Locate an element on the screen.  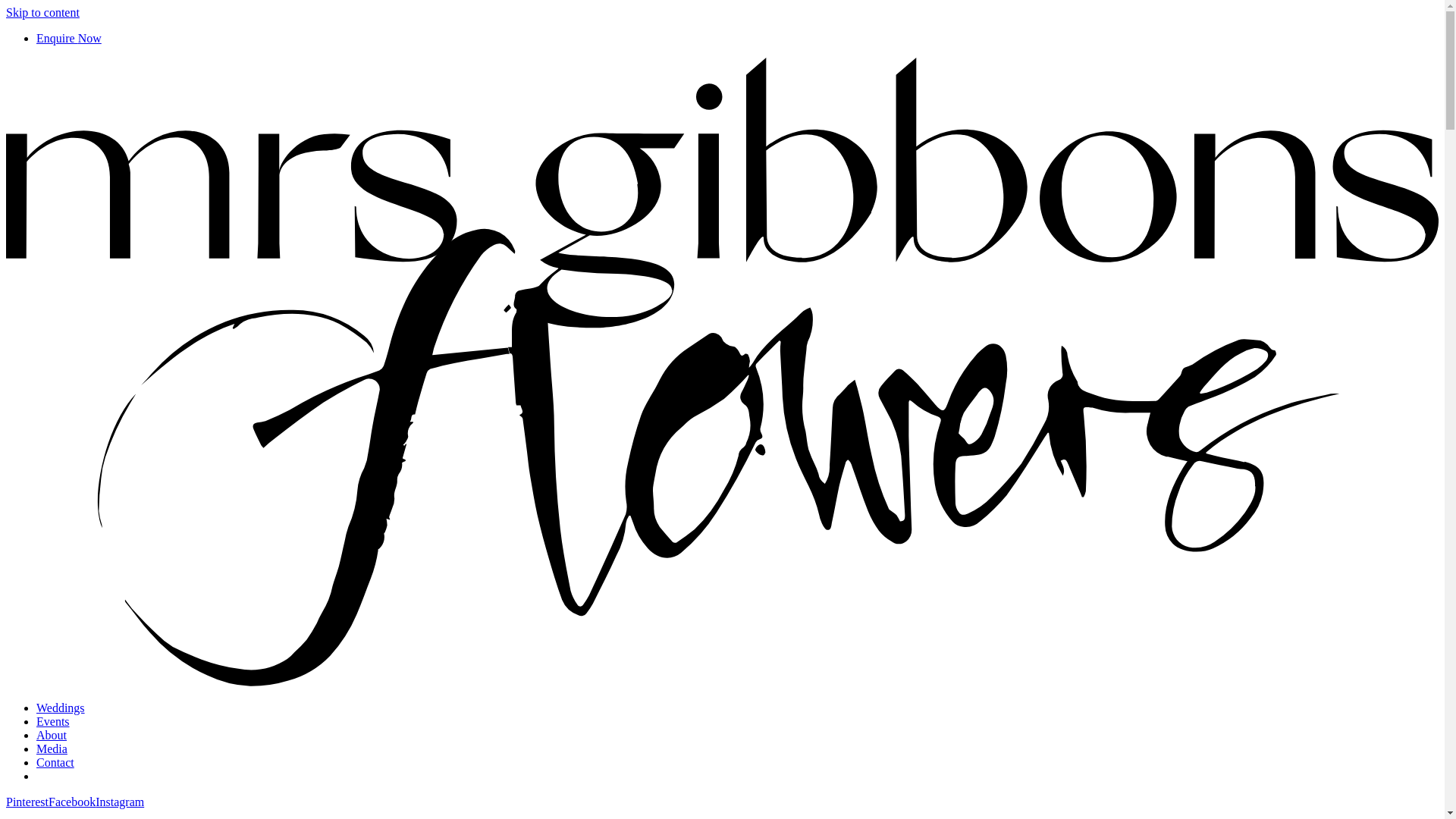
'Contact' is located at coordinates (55, 762).